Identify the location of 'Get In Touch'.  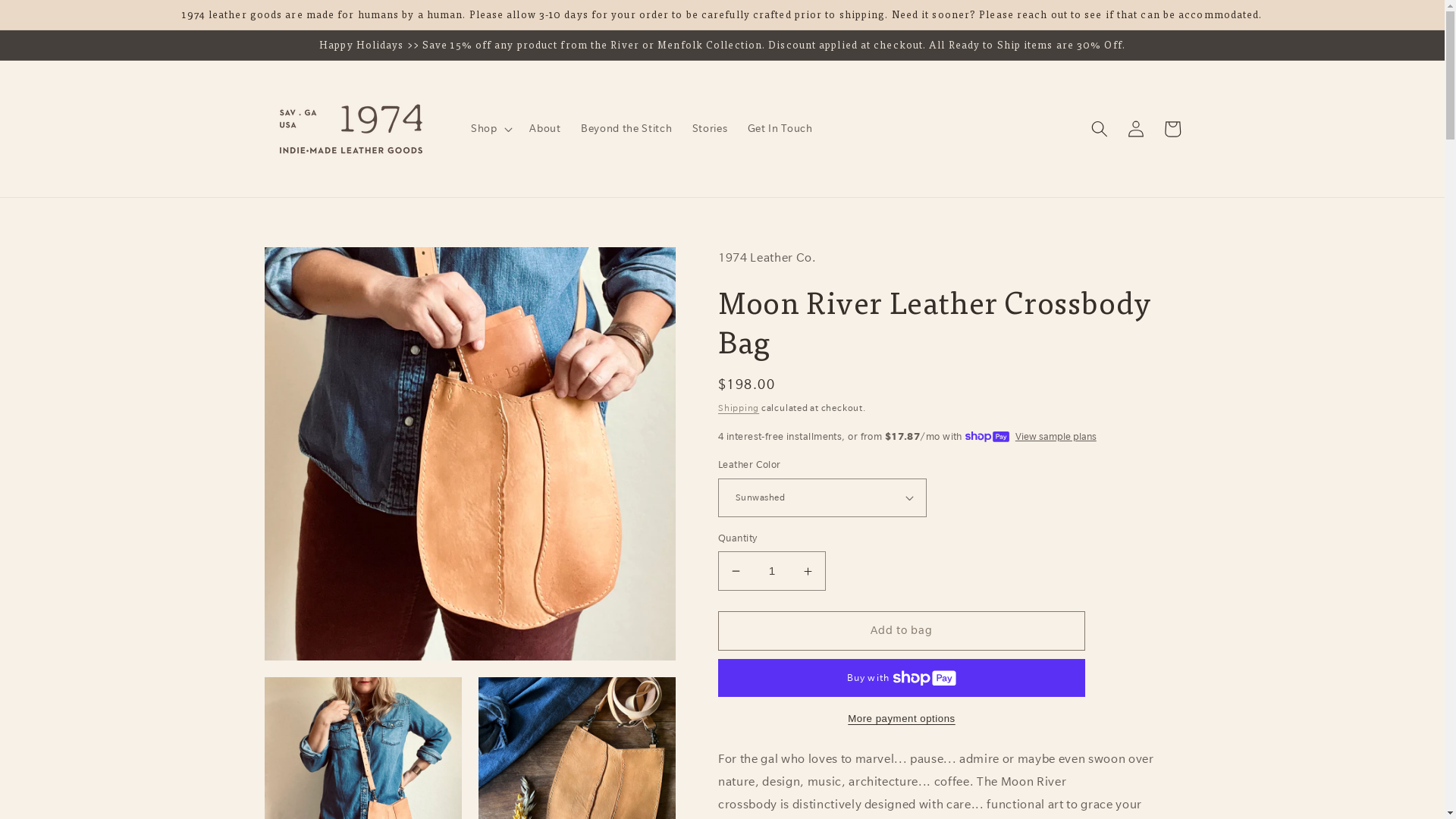
(780, 127).